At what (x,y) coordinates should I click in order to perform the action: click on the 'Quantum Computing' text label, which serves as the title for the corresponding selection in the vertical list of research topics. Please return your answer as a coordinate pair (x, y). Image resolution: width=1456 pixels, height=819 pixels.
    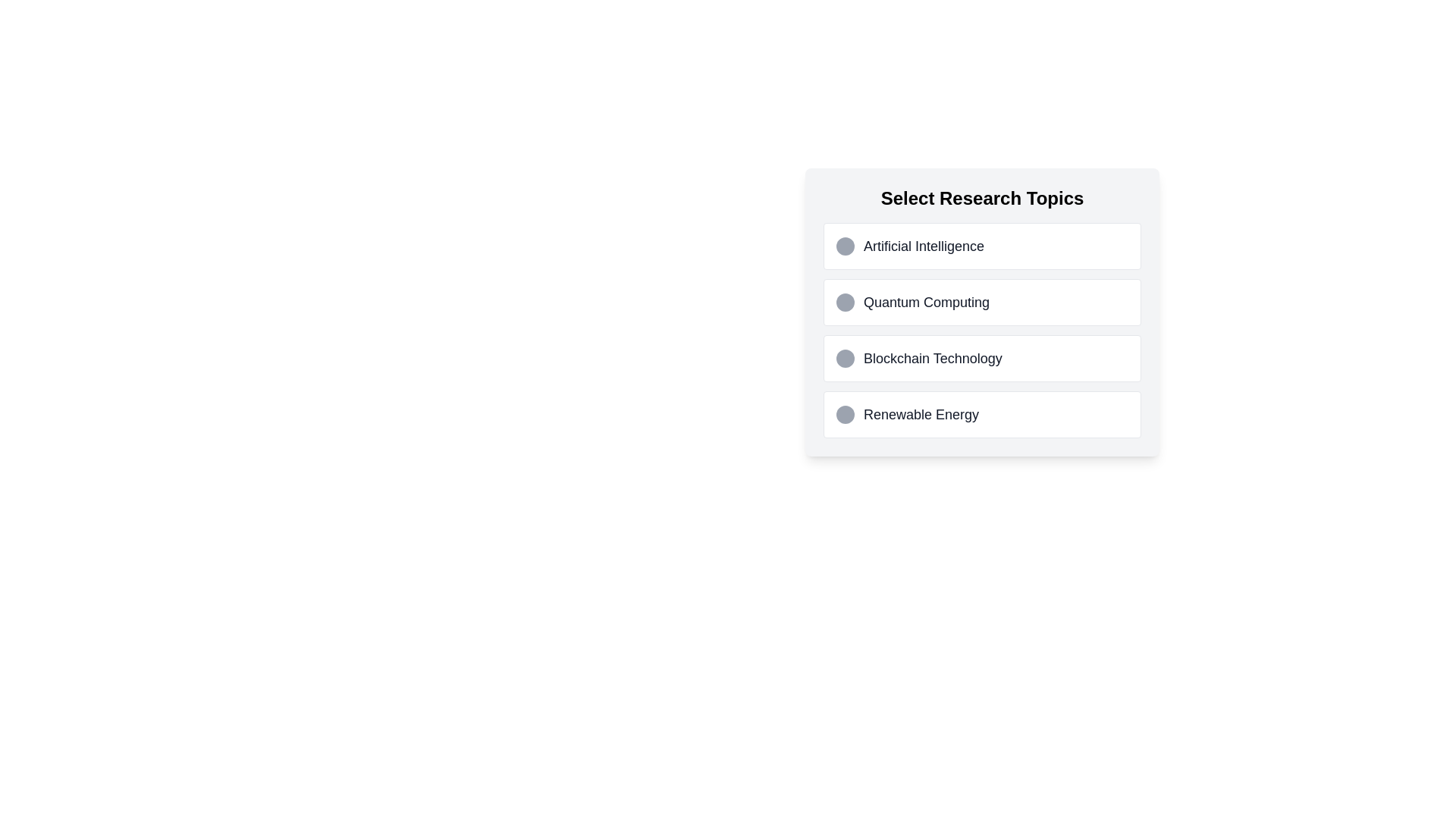
    Looking at the image, I should click on (926, 302).